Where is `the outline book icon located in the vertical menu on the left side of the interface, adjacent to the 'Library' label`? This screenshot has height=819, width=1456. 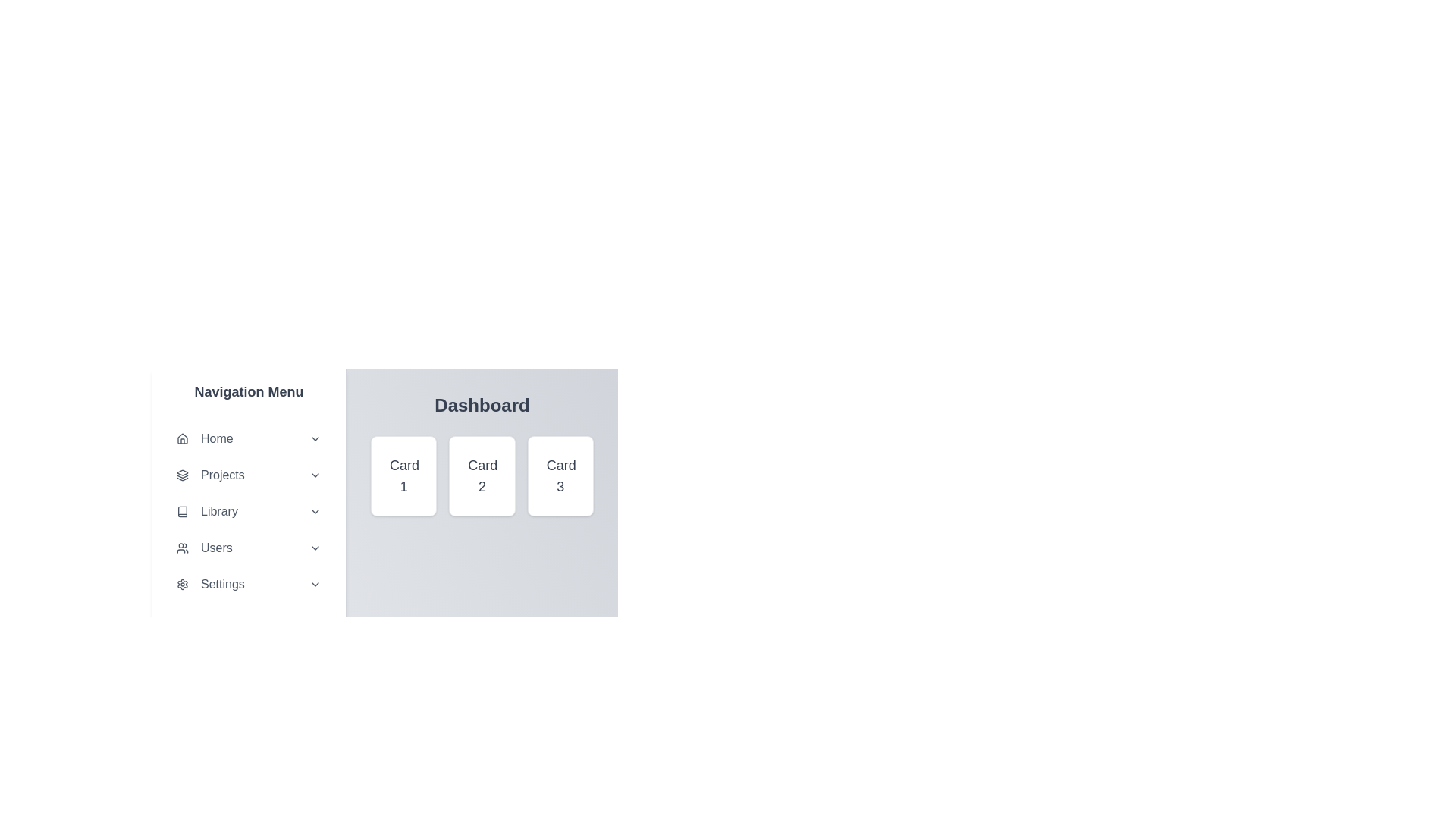 the outline book icon located in the vertical menu on the left side of the interface, adjacent to the 'Library' label is located at coordinates (182, 512).